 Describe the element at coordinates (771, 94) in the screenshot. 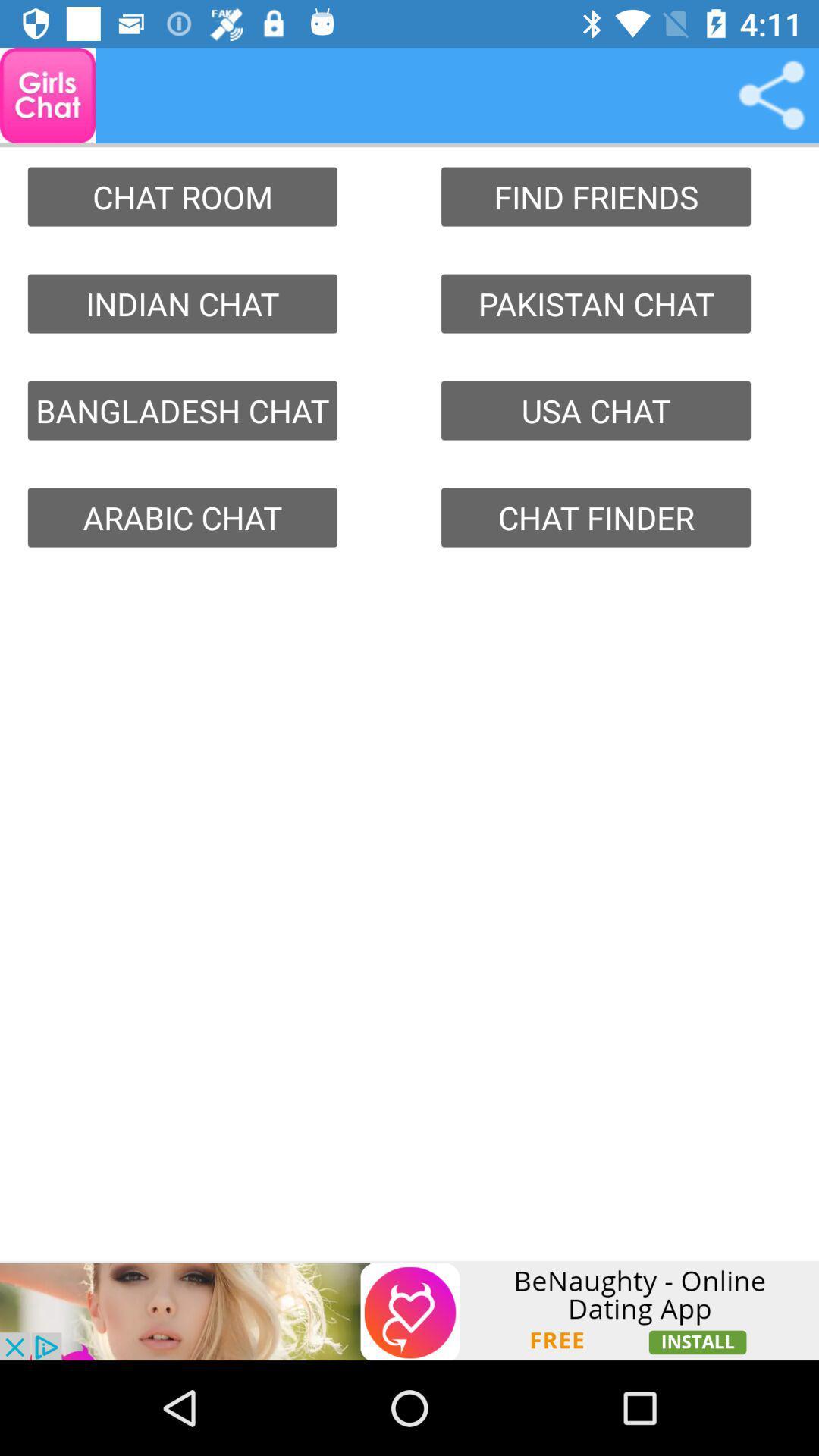

I see `more option button` at that location.